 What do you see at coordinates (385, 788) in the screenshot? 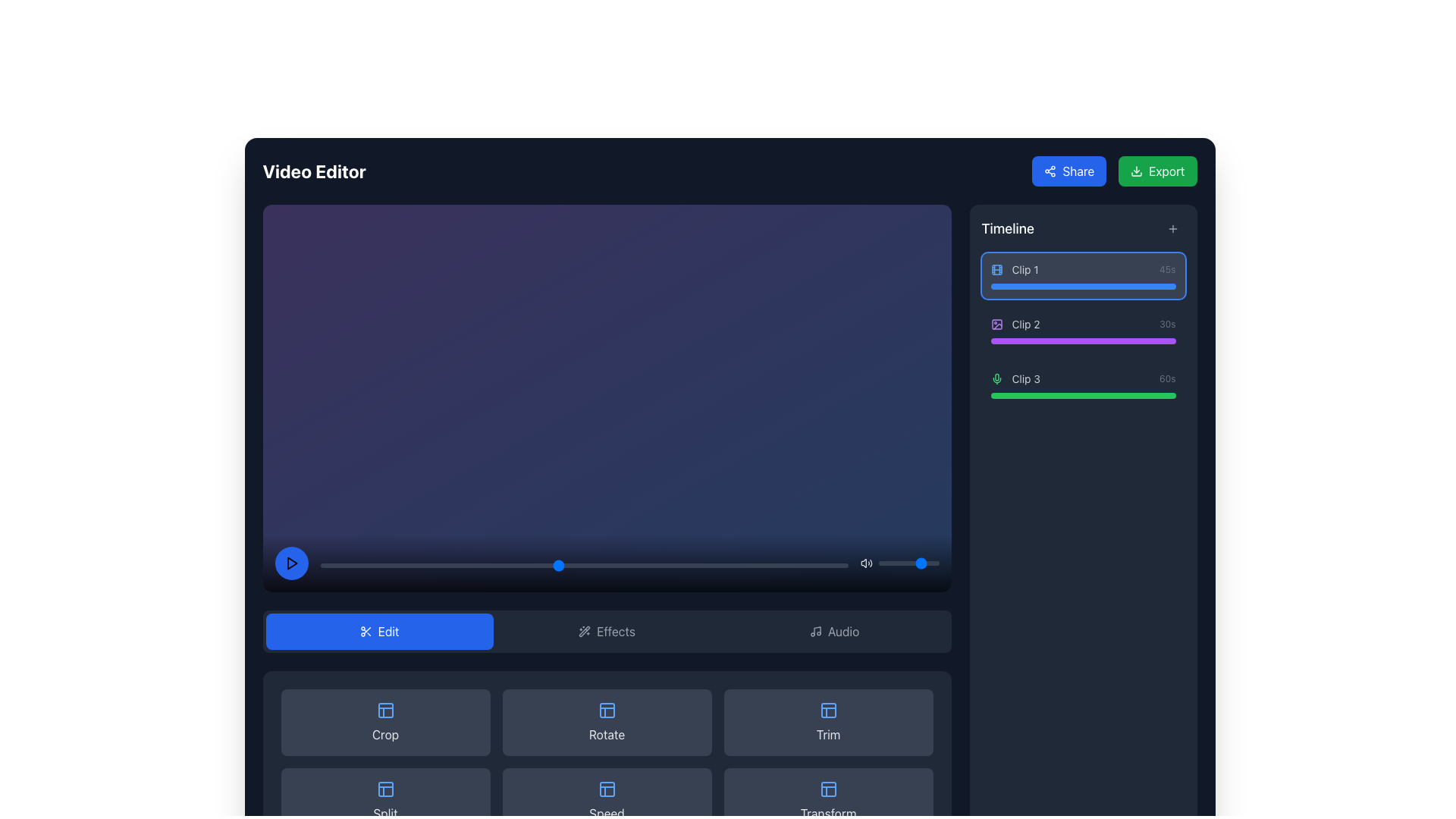
I see `the icon in the bottom section of the interface` at bounding box center [385, 788].